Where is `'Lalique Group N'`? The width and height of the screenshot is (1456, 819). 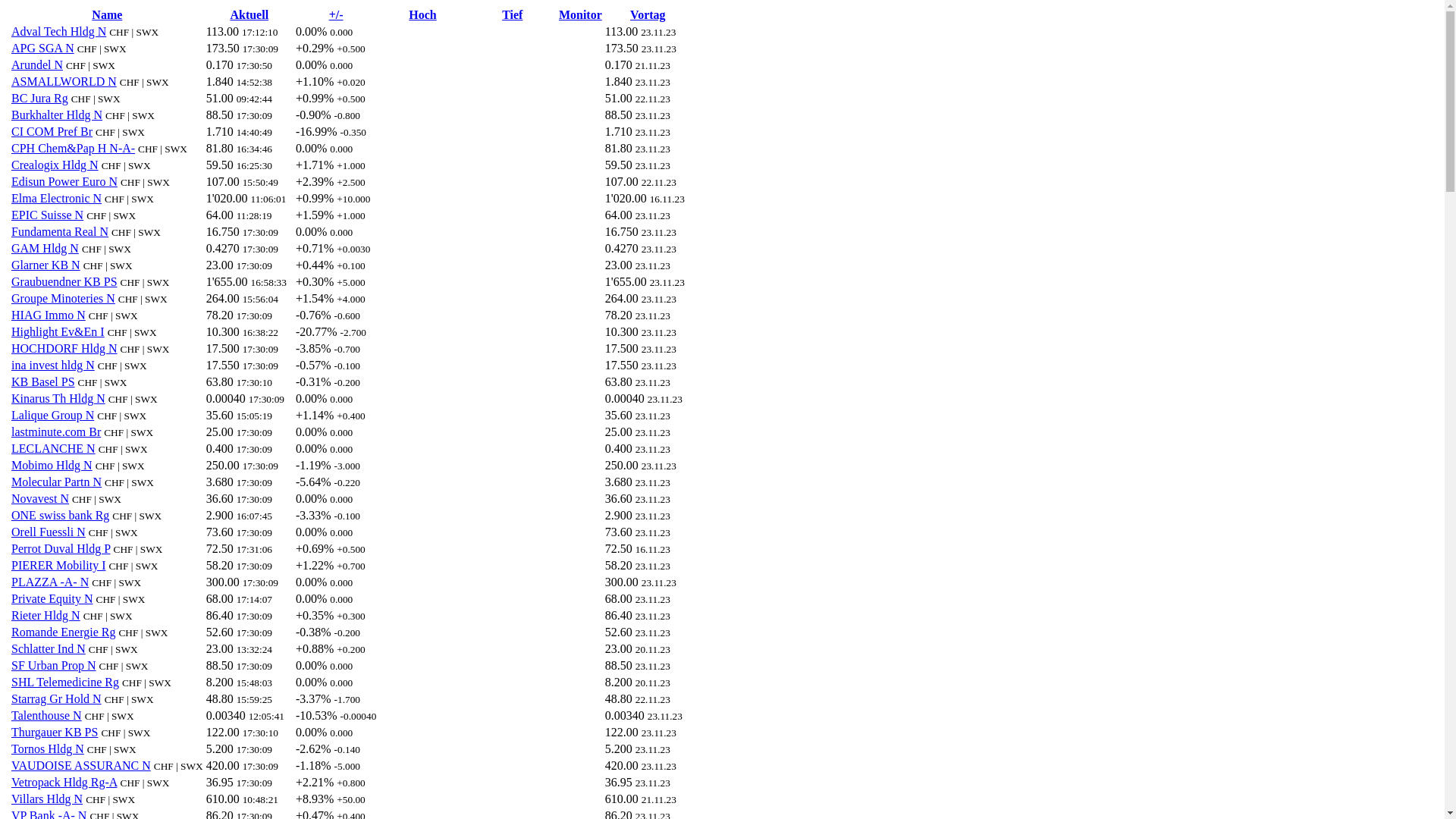 'Lalique Group N' is located at coordinates (52, 415).